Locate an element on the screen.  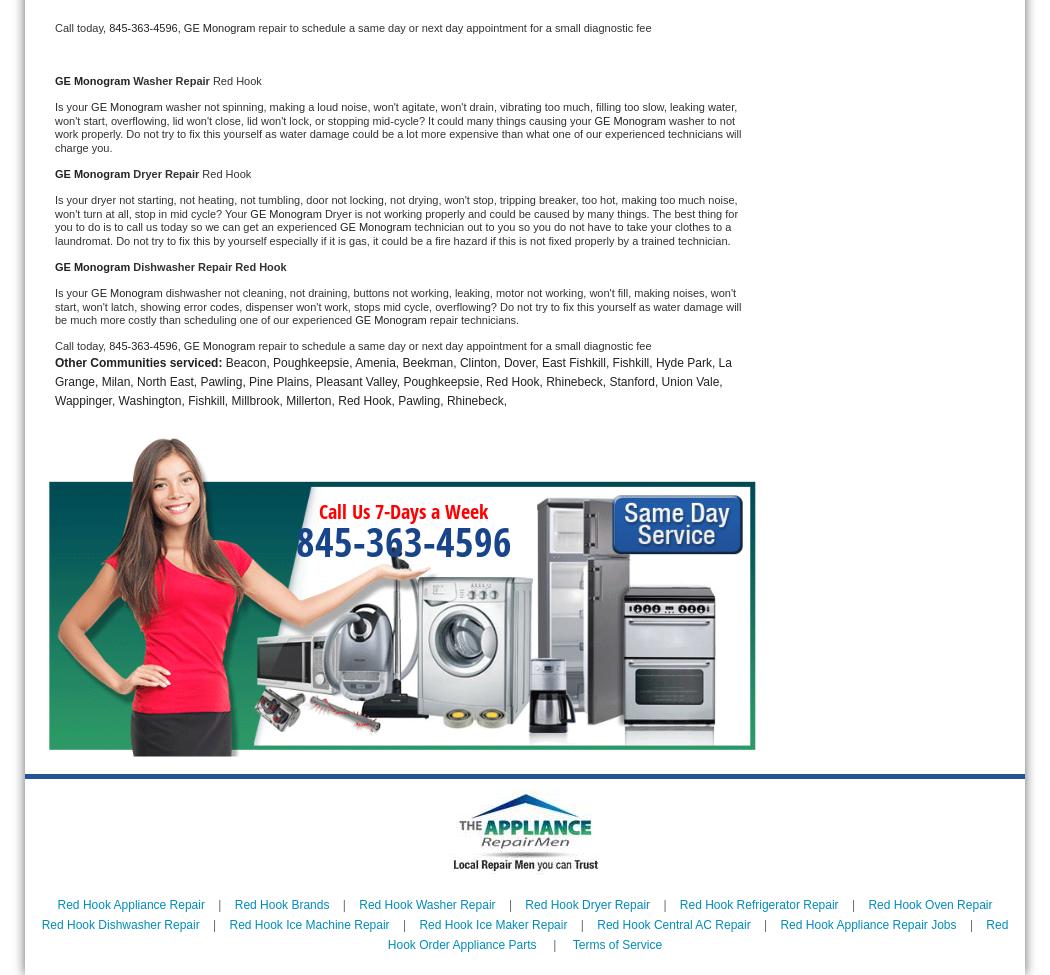
'Red Hook Dishwasher Repair' is located at coordinates (119, 923).